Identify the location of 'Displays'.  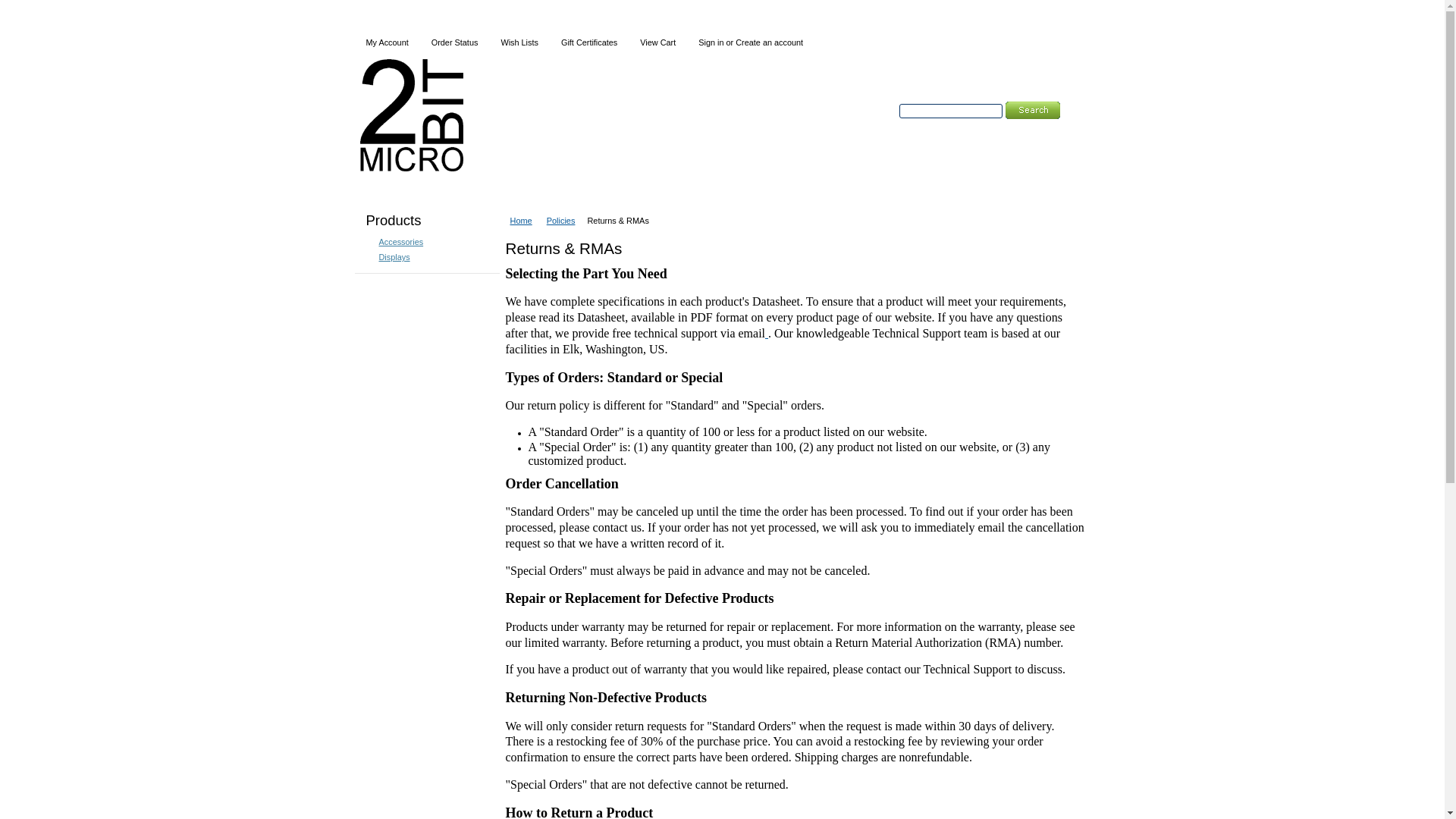
(367, 256).